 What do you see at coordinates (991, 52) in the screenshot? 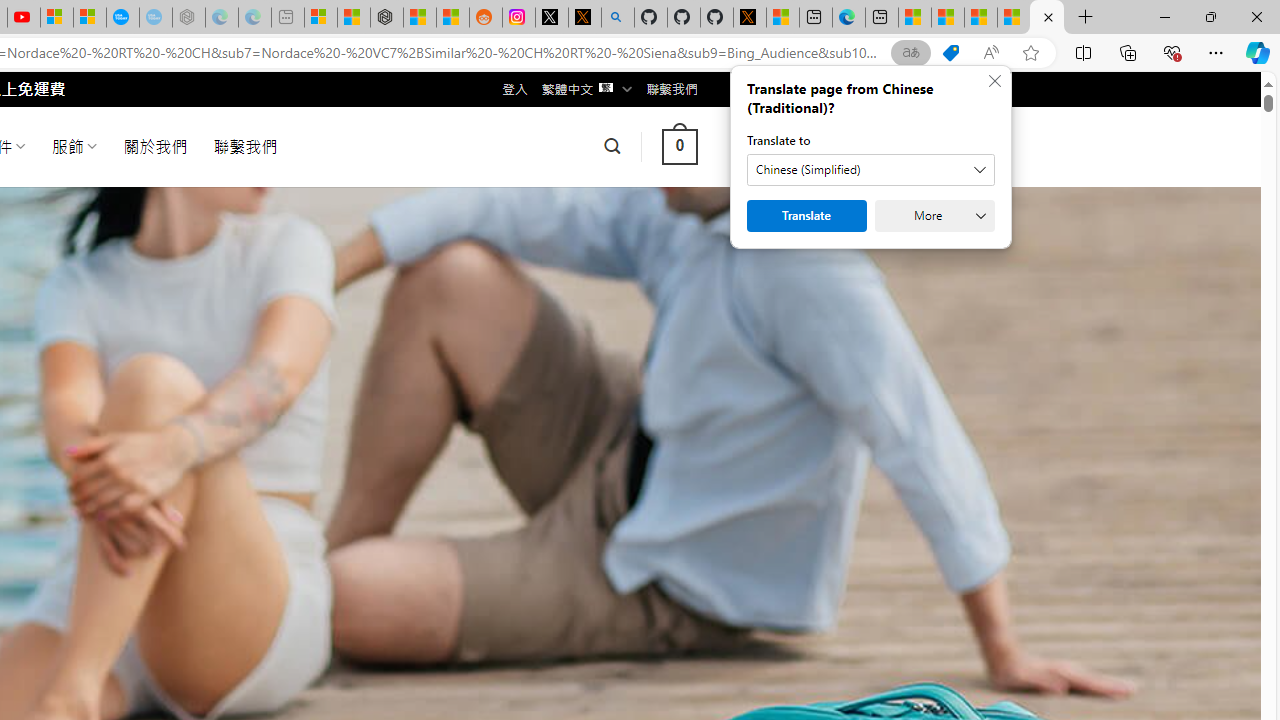
I see `'Read aloud this page (Ctrl+Shift+U)'` at bounding box center [991, 52].